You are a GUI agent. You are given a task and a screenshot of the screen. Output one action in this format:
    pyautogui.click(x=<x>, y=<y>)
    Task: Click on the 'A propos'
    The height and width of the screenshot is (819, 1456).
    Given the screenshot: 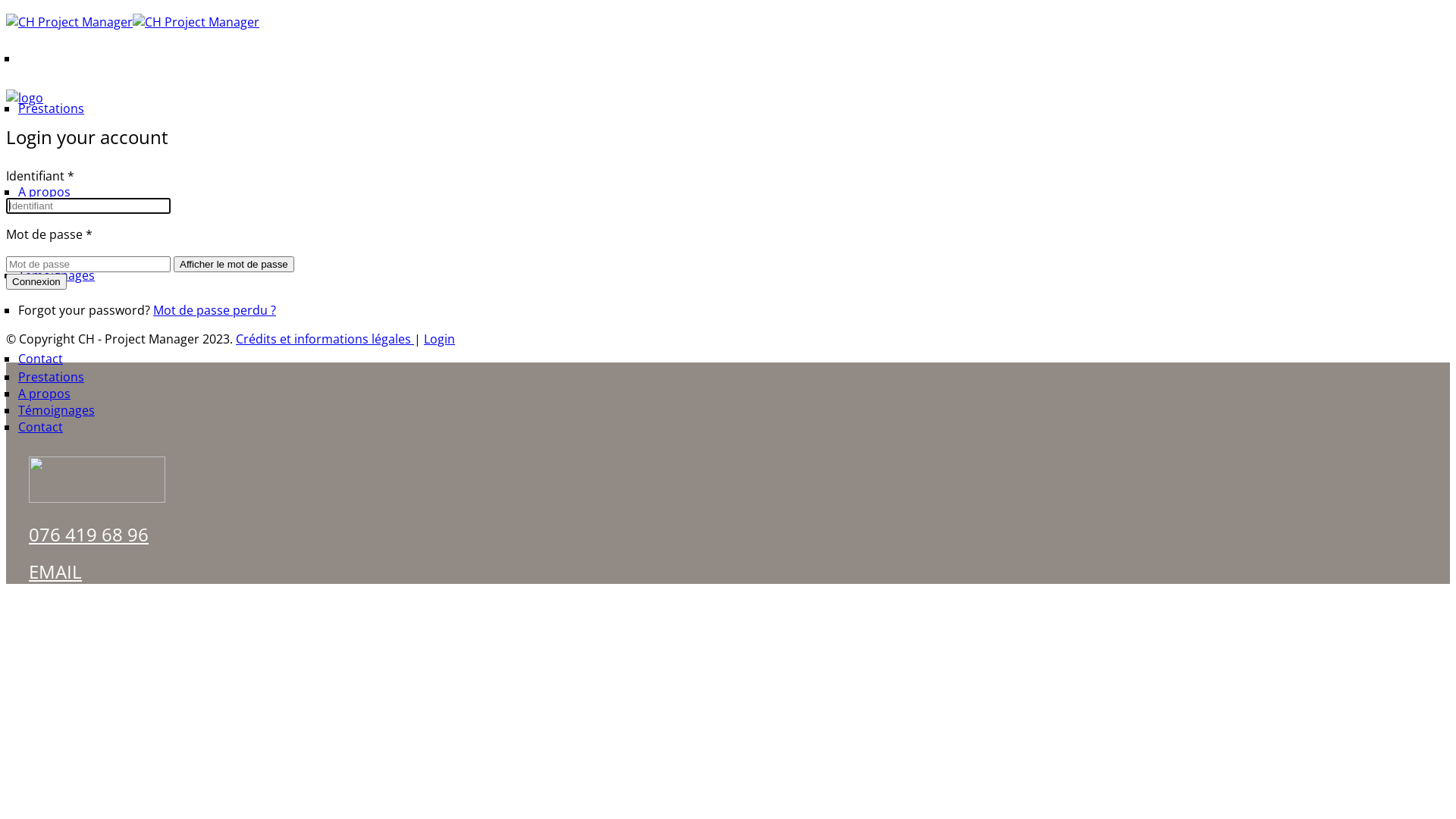 What is the action you would take?
    pyautogui.click(x=44, y=191)
    